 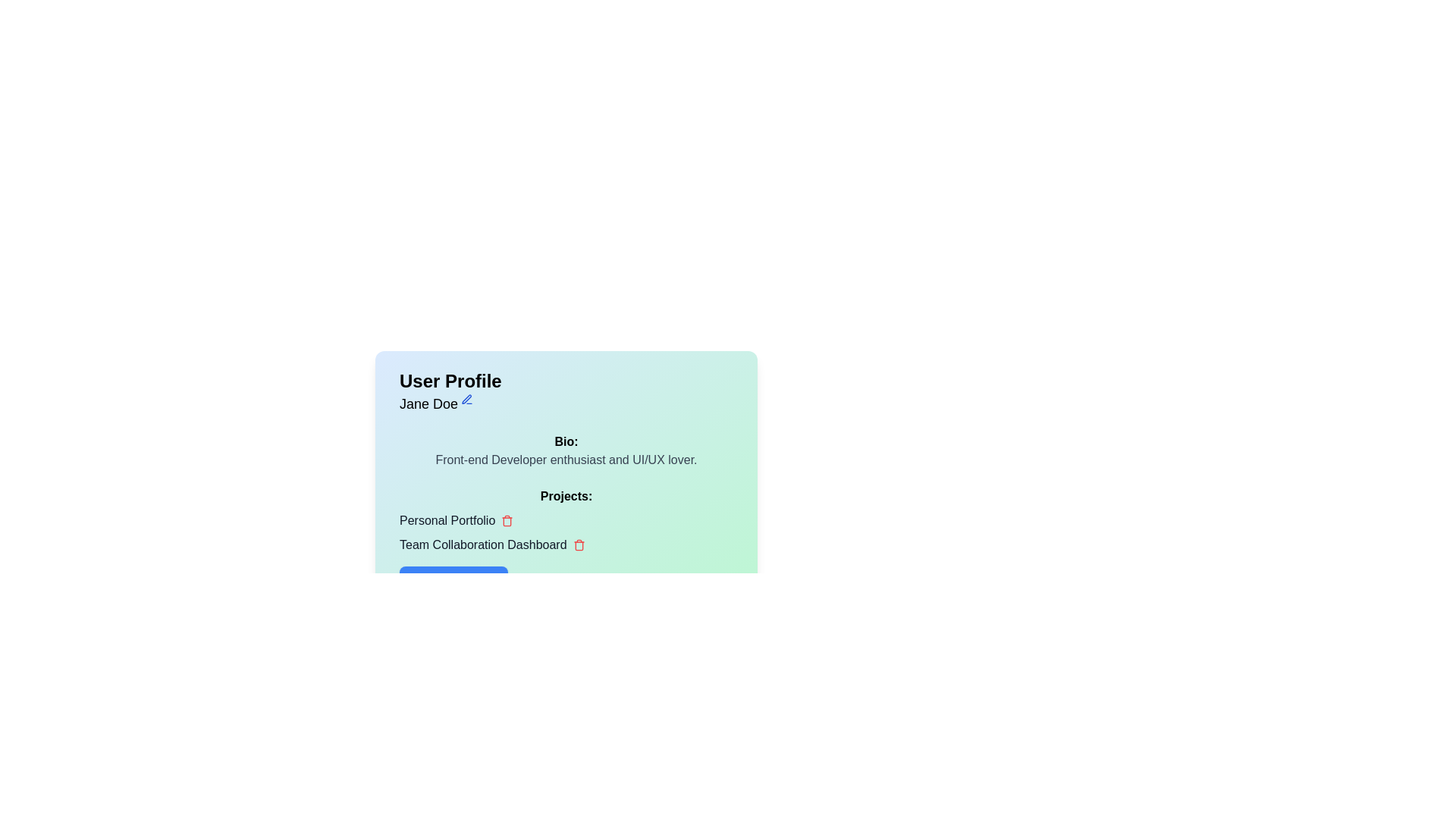 What do you see at coordinates (466, 399) in the screenshot?
I see `the blue pen-shaped icon button representing the edit function located immediately to the right of the user's name 'Jane Doe' in the profile section` at bounding box center [466, 399].